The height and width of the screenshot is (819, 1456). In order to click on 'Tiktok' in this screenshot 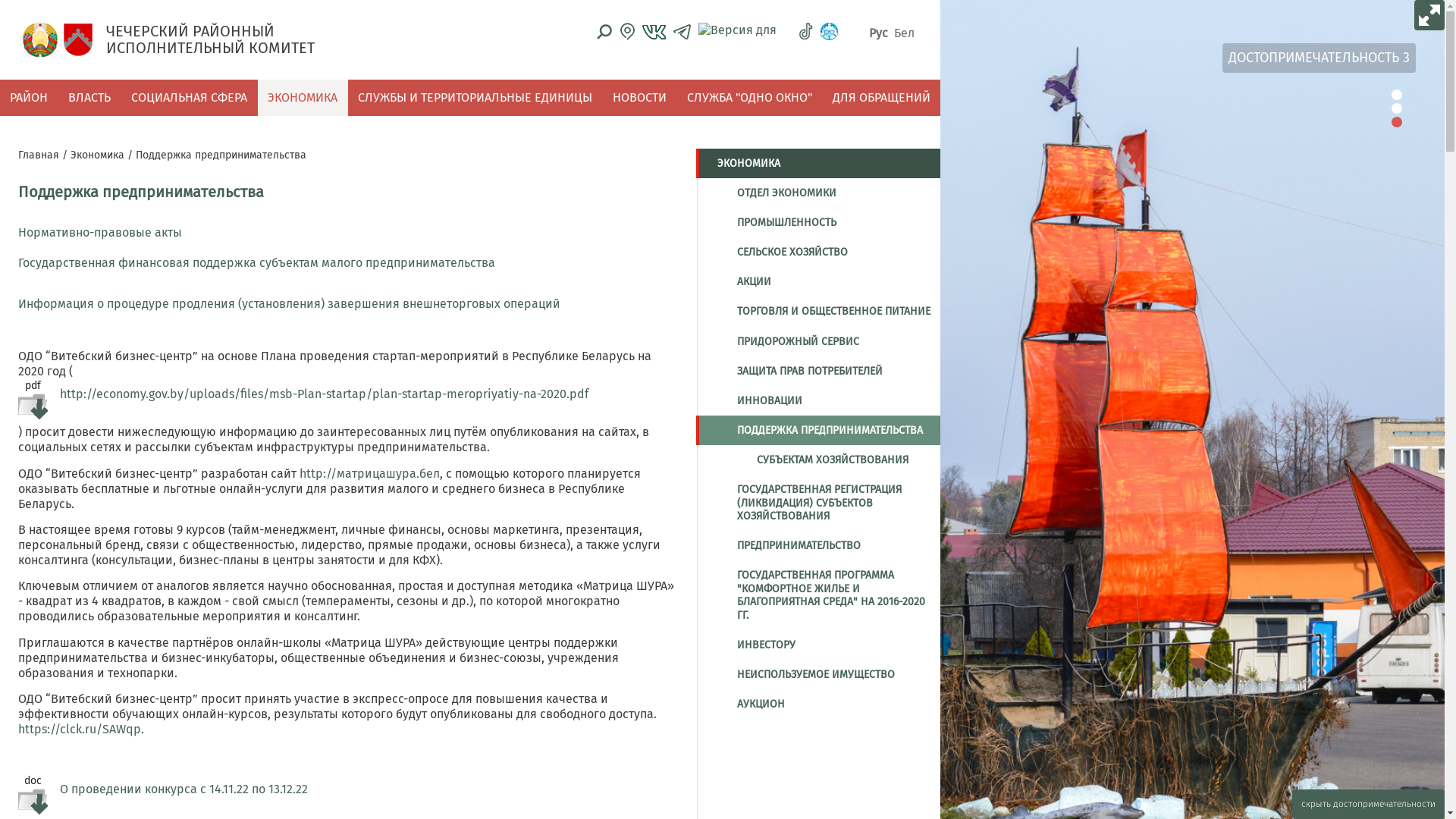, I will do `click(805, 31)`.